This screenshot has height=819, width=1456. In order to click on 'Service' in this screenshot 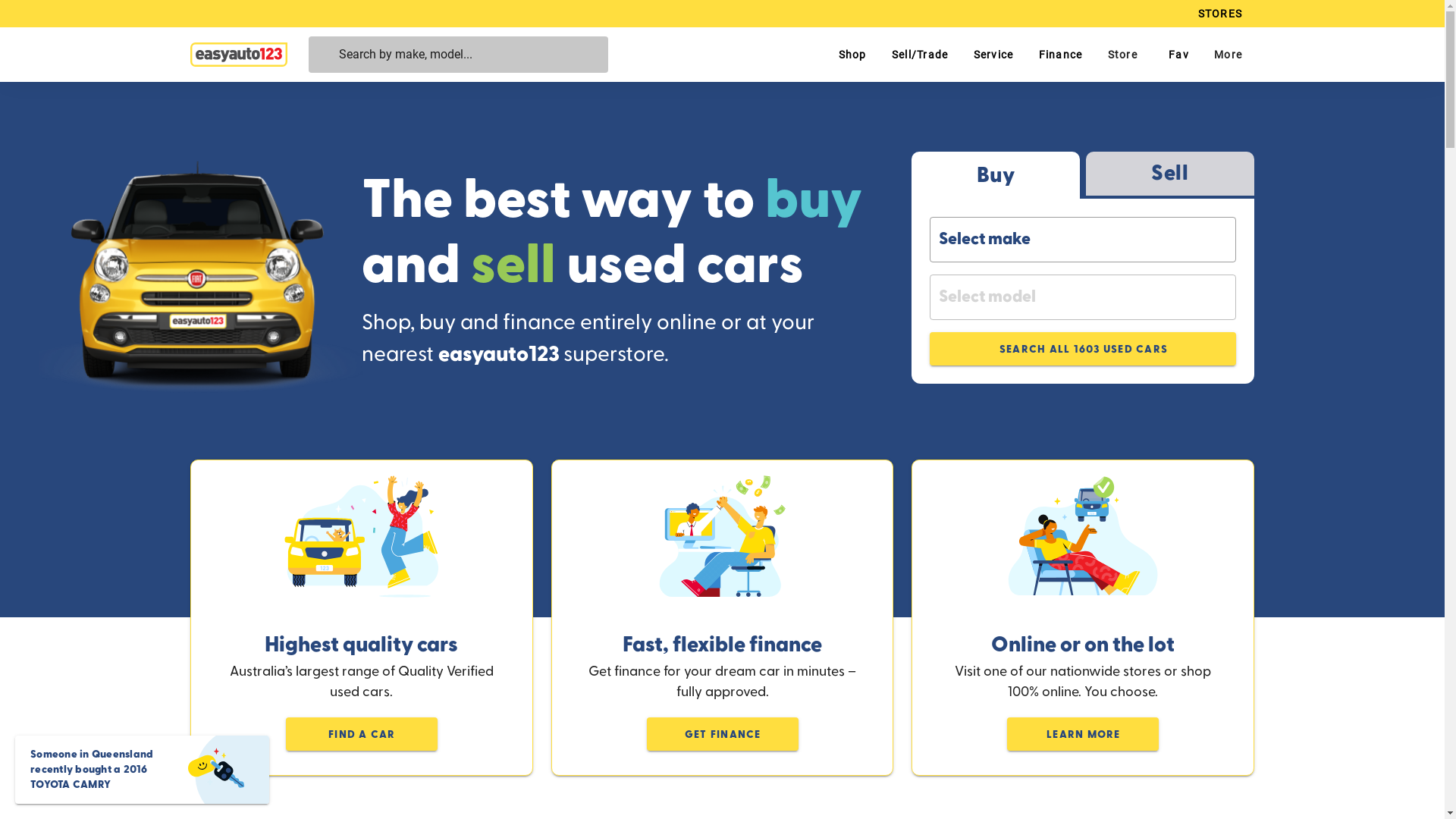, I will do `click(993, 54)`.